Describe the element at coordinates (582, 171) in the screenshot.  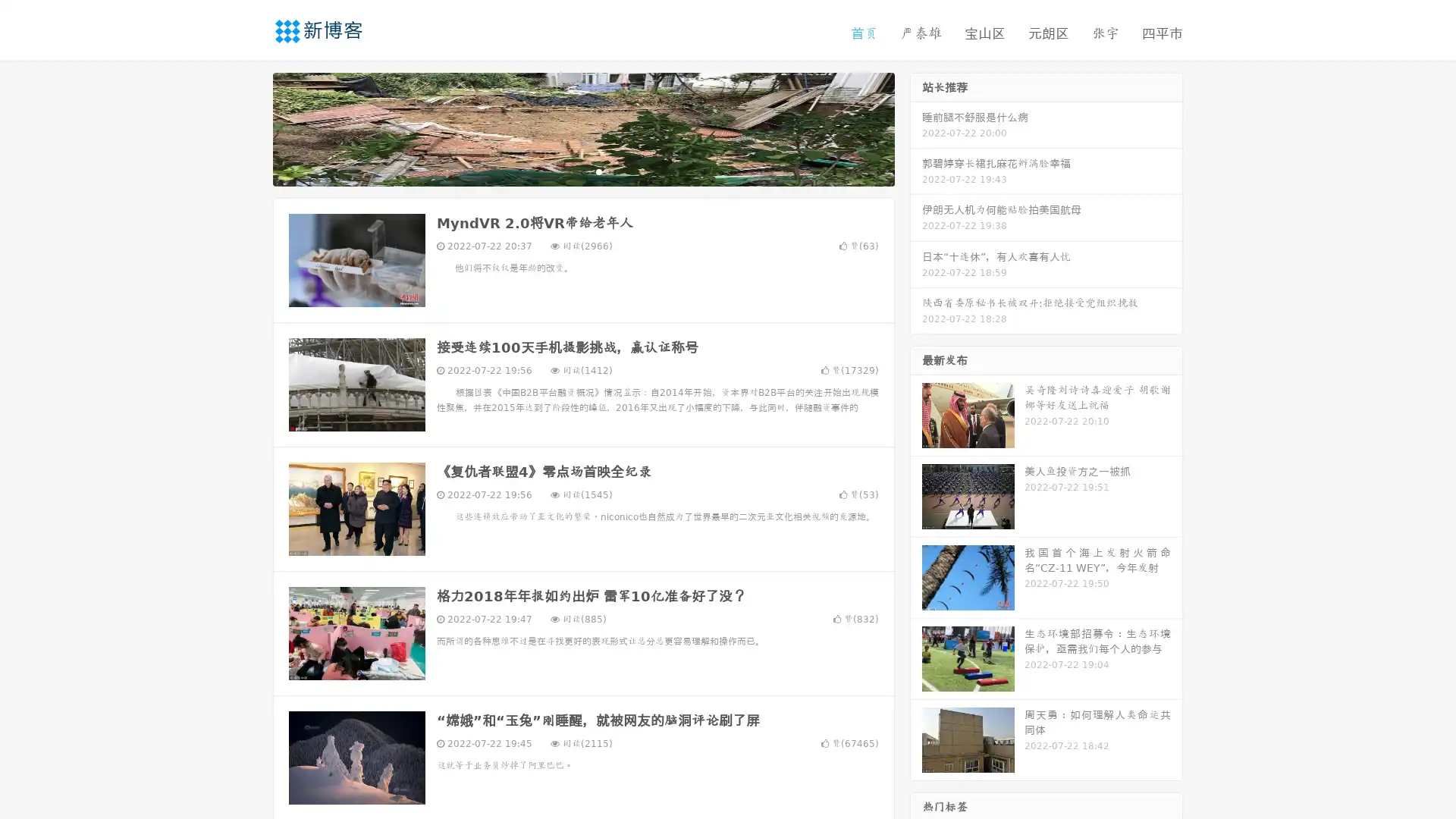
I see `Go to slide 2` at that location.